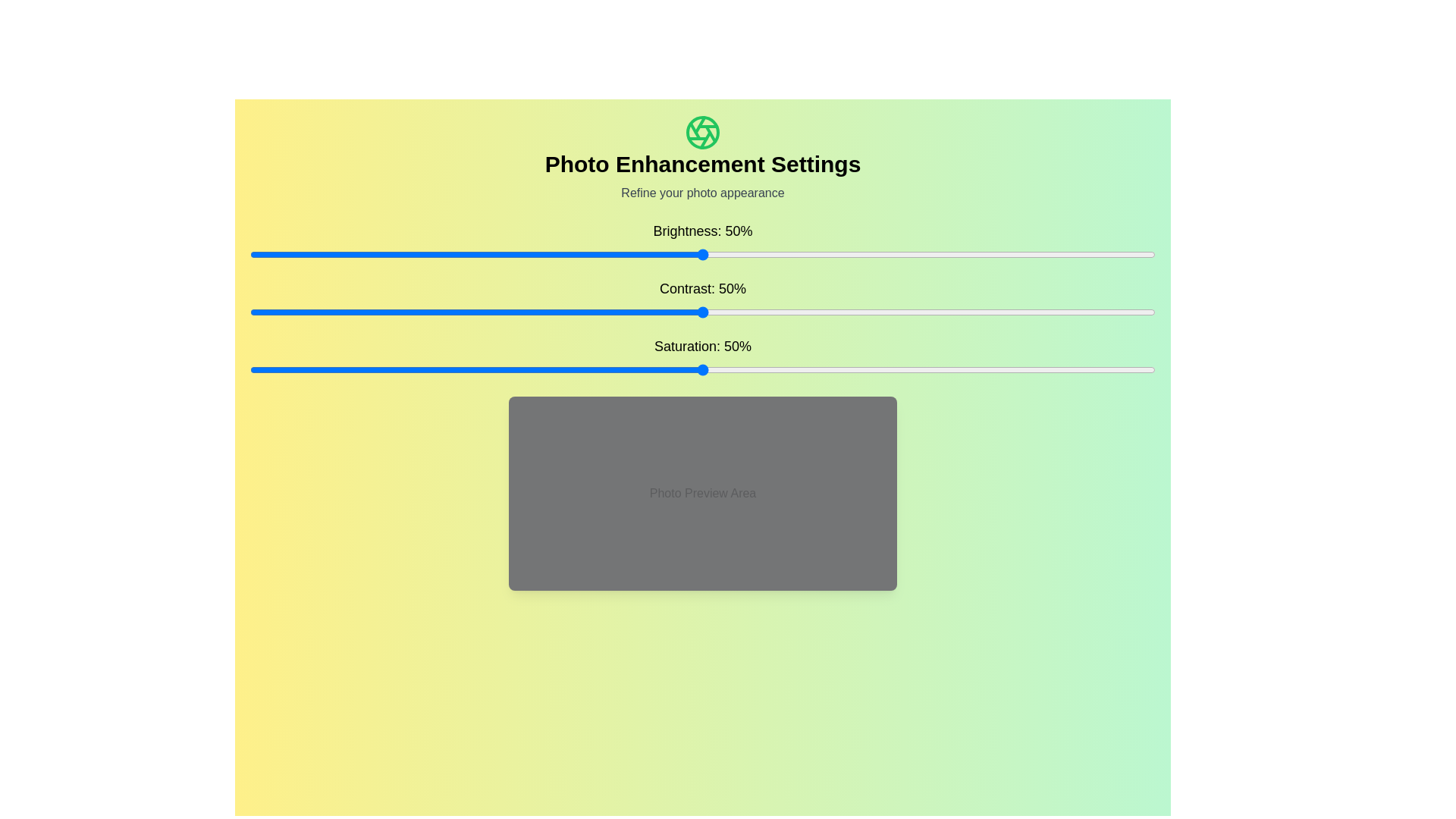 The height and width of the screenshot is (819, 1456). I want to click on the saturation slider to 52%, so click(720, 370).